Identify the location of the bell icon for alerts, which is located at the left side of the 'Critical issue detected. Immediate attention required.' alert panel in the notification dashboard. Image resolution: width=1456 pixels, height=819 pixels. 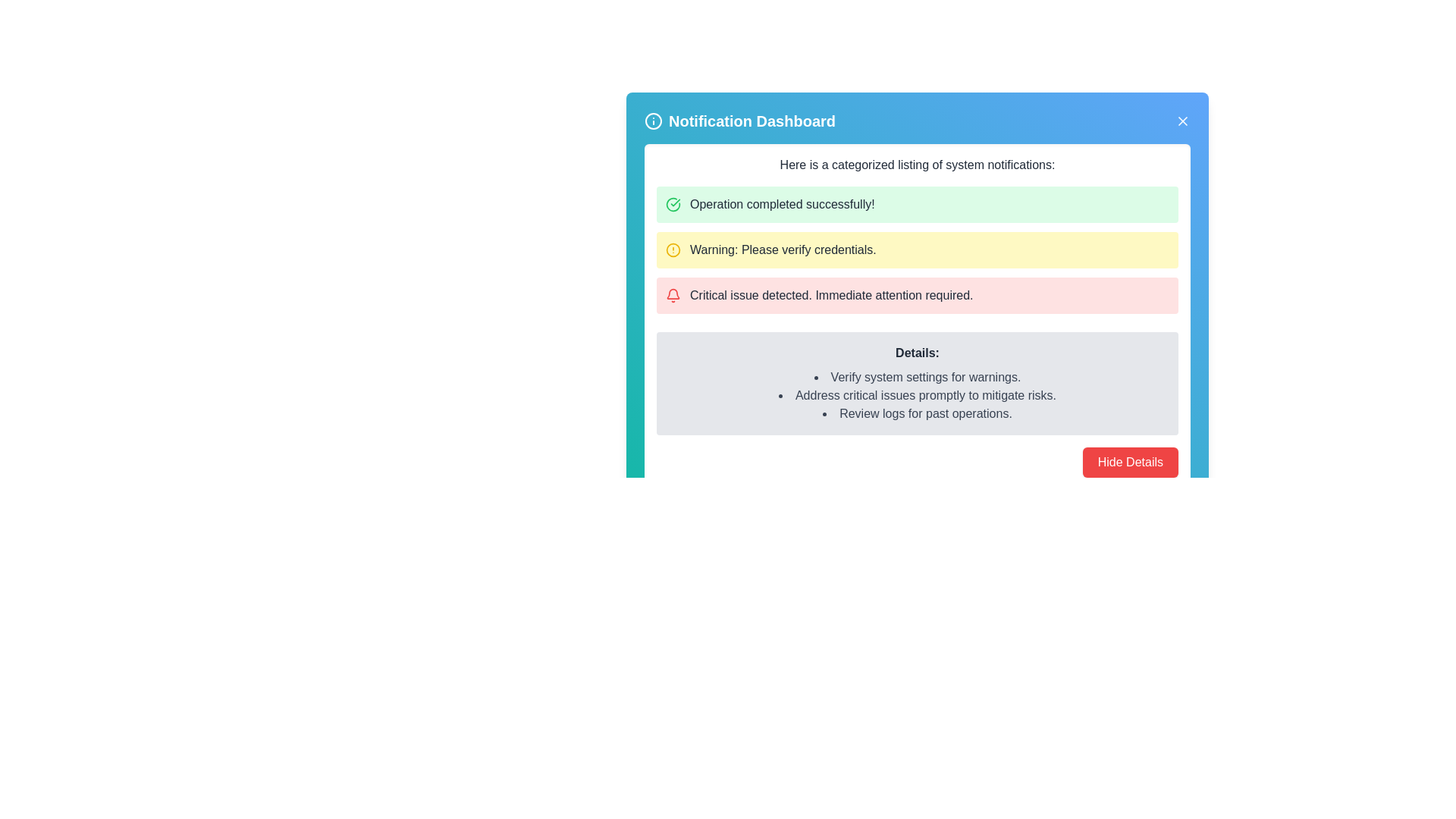
(673, 295).